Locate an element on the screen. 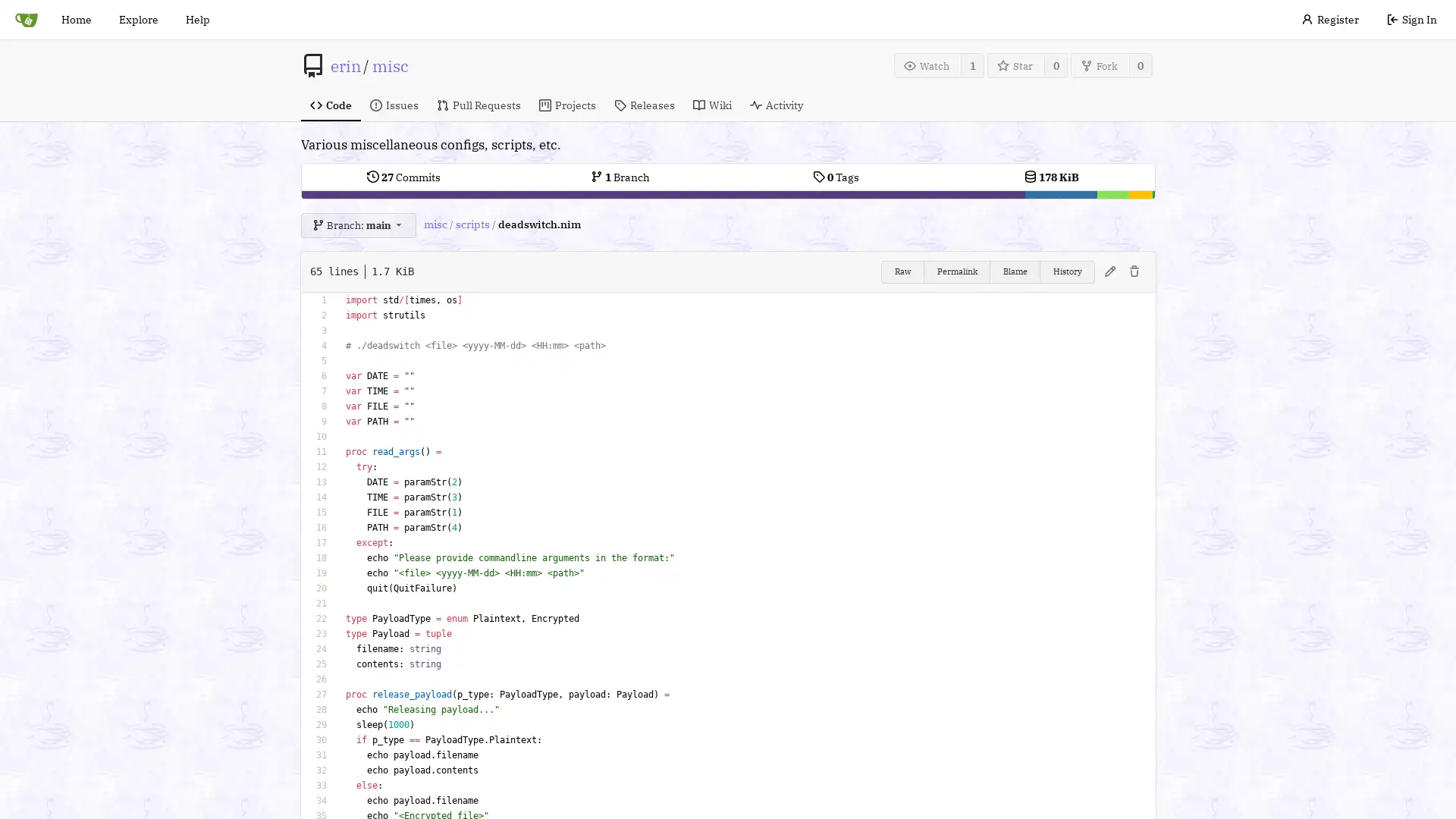 The height and width of the screenshot is (819, 1456). Watch is located at coordinates (927, 64).